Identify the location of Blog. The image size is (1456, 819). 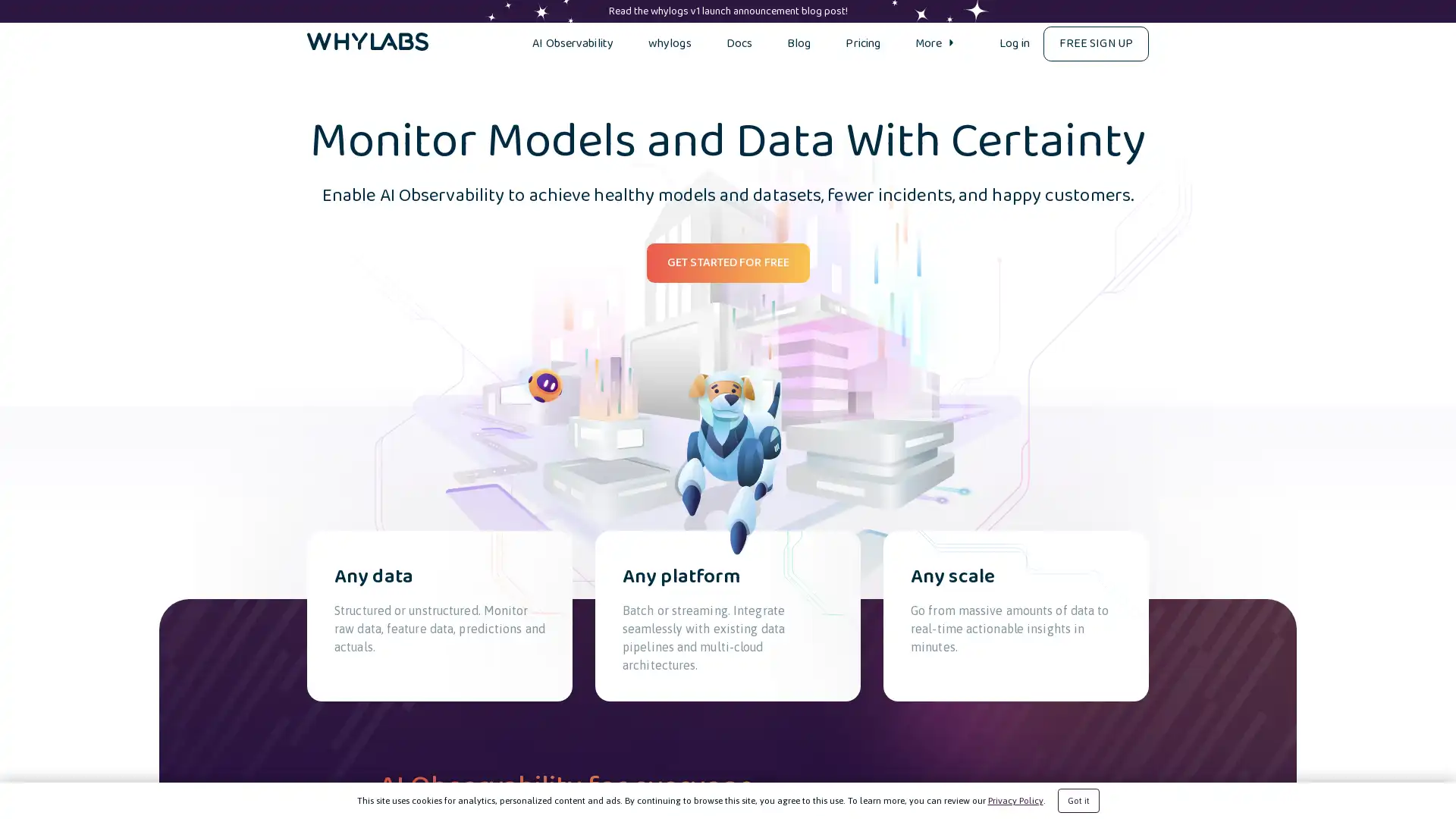
(798, 42).